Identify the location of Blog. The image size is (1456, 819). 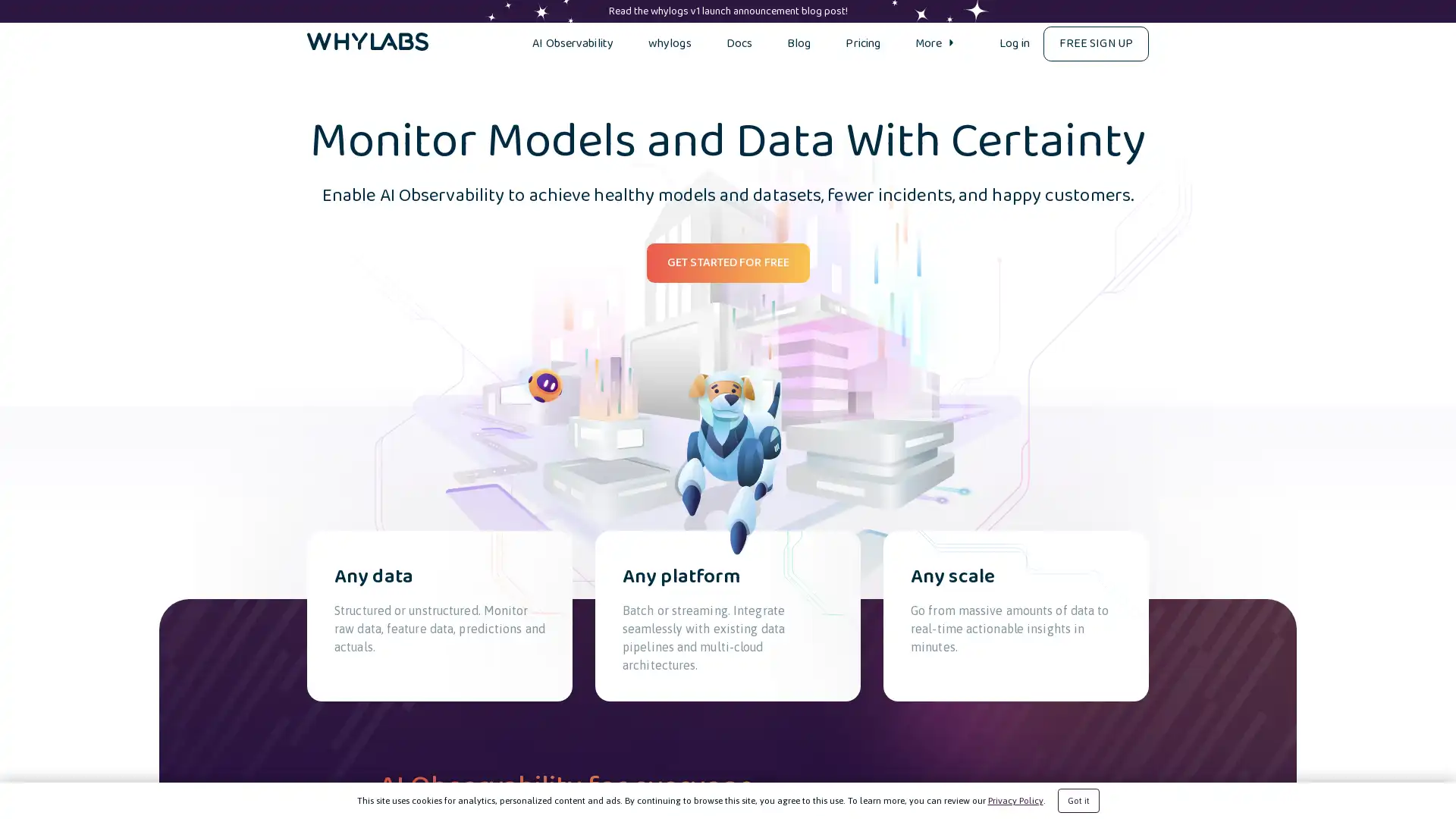
(798, 42).